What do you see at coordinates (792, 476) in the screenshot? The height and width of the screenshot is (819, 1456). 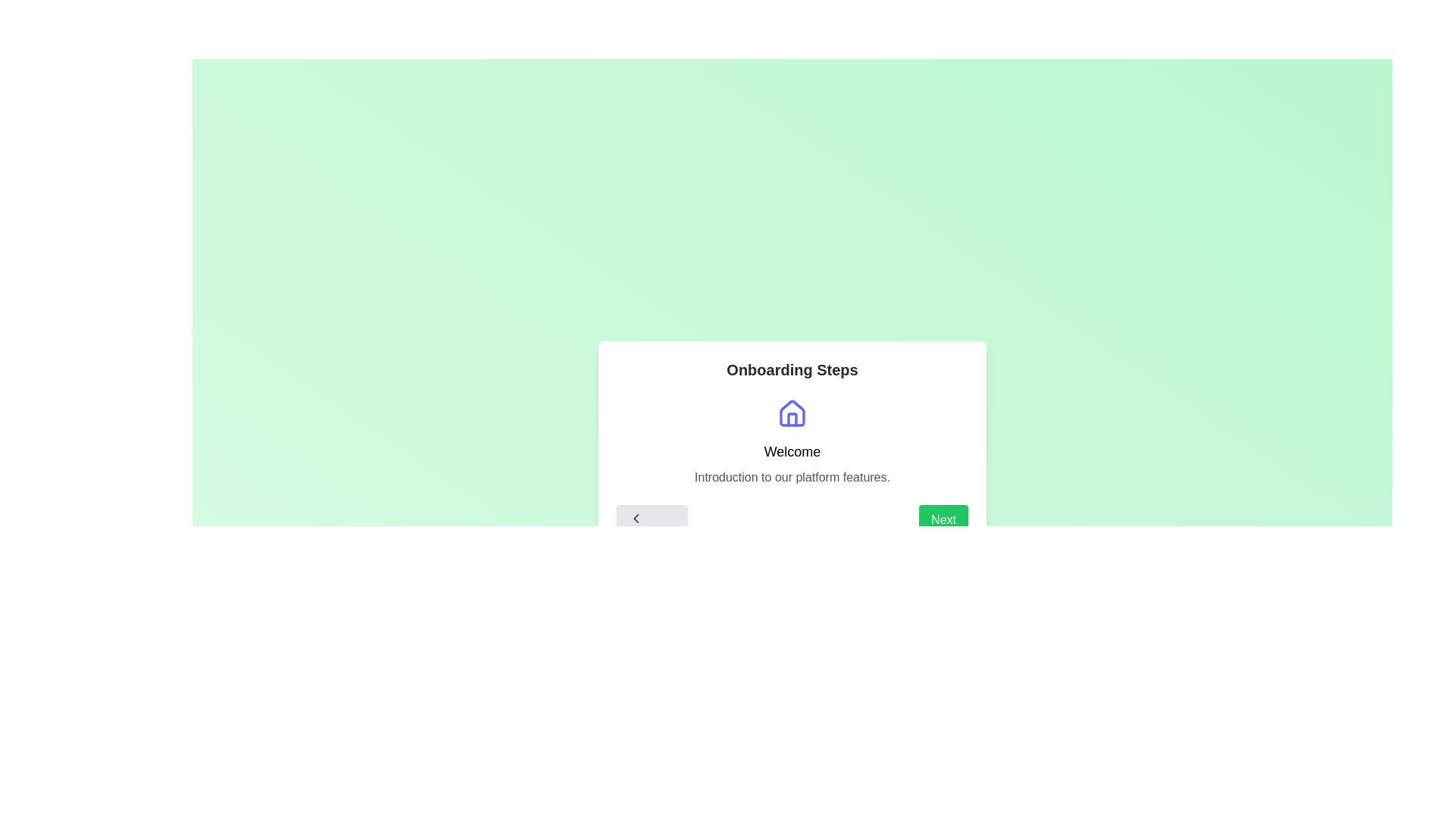 I see `the text element displaying 'Introduction to our platform features.' which is centered below the 'Welcome' header in the onboarding module` at bounding box center [792, 476].